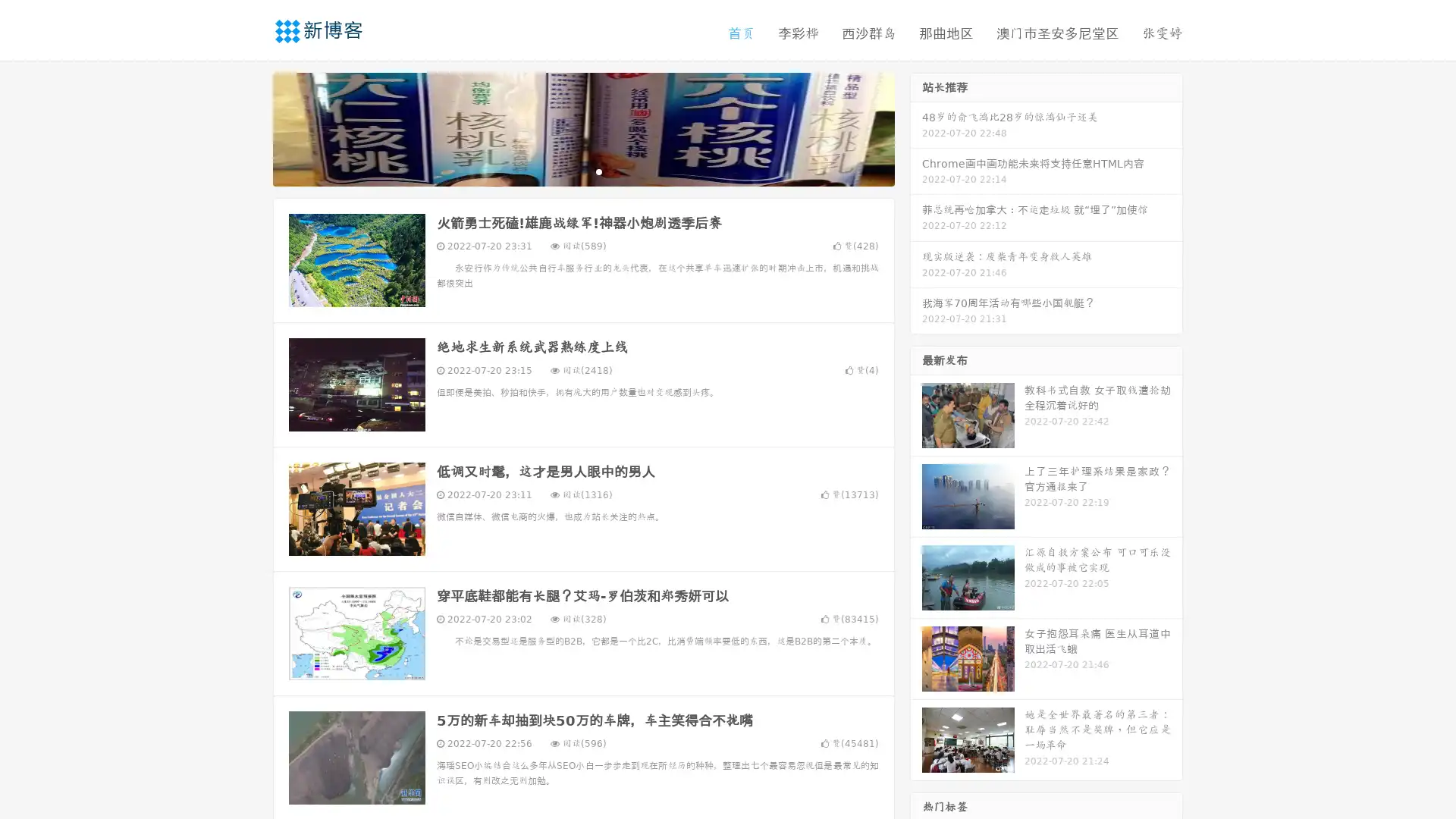 This screenshot has width=1456, height=819. What do you see at coordinates (598, 171) in the screenshot?
I see `Go to slide 3` at bounding box center [598, 171].